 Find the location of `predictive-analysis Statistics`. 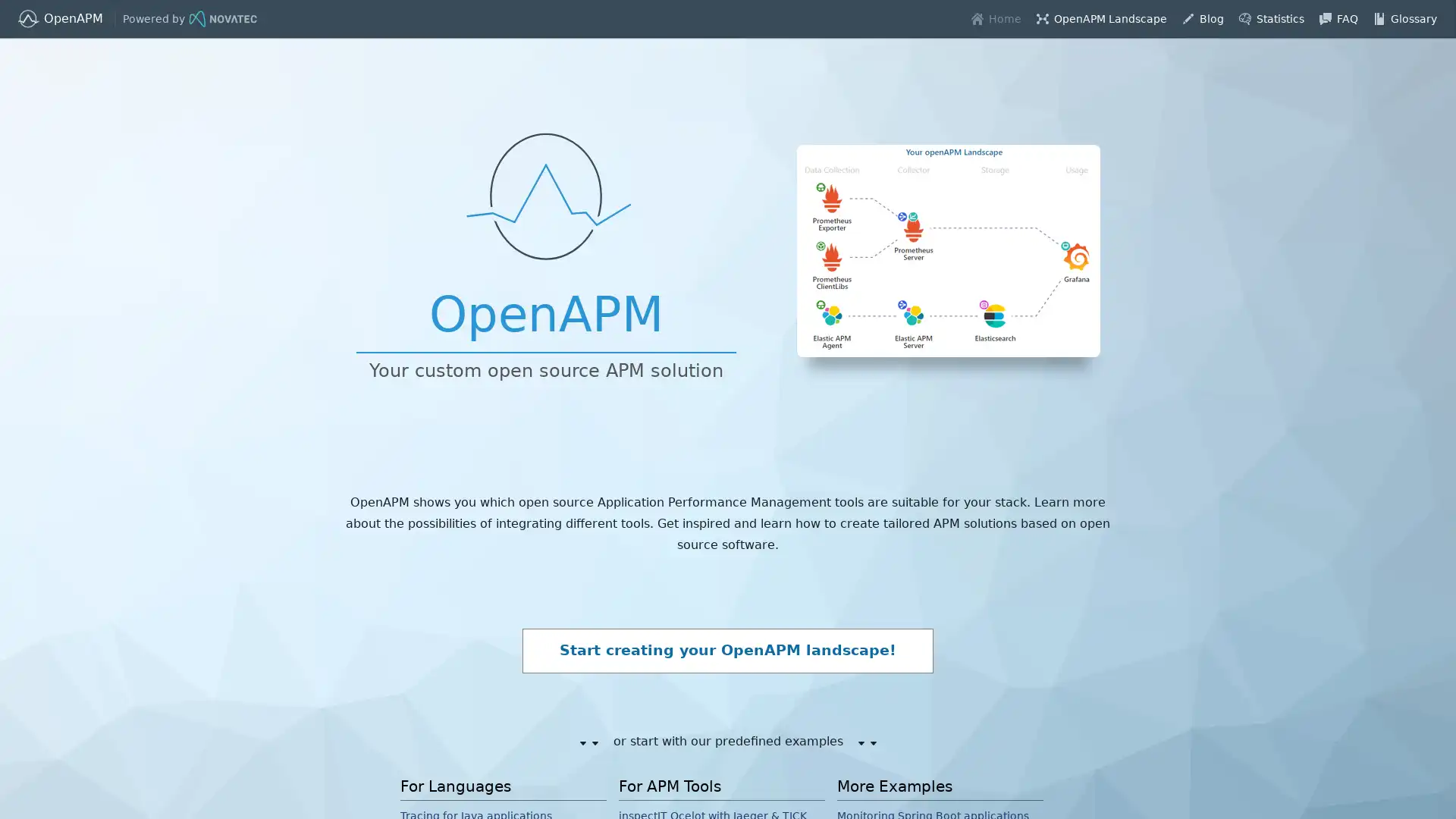

predictive-analysis Statistics is located at coordinates (1271, 18).